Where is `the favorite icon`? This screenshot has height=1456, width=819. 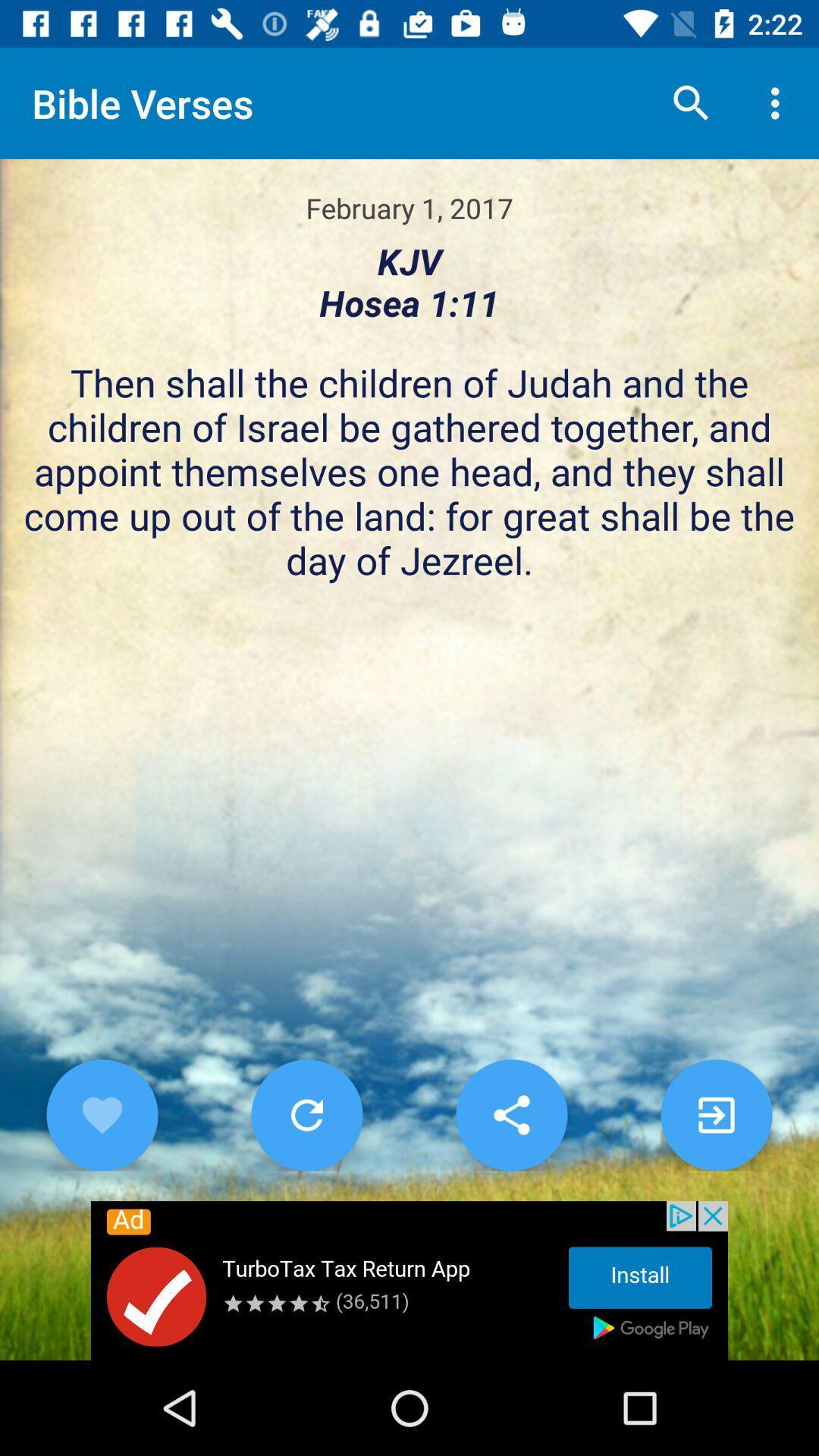 the favorite icon is located at coordinates (102, 1115).